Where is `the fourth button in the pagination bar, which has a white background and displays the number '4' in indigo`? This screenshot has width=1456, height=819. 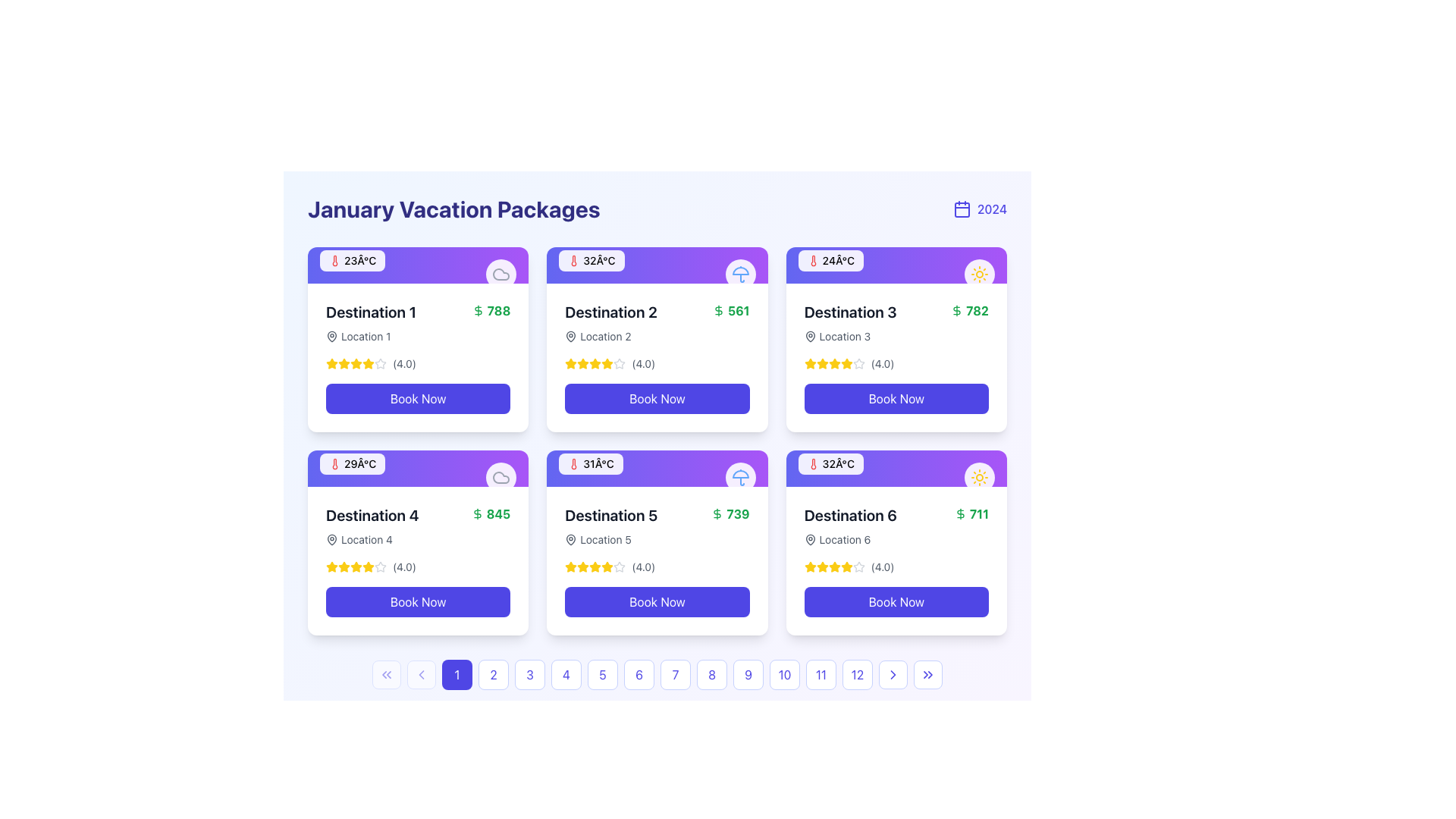
the fourth button in the pagination bar, which has a white background and displays the number '4' in indigo is located at coordinates (566, 674).